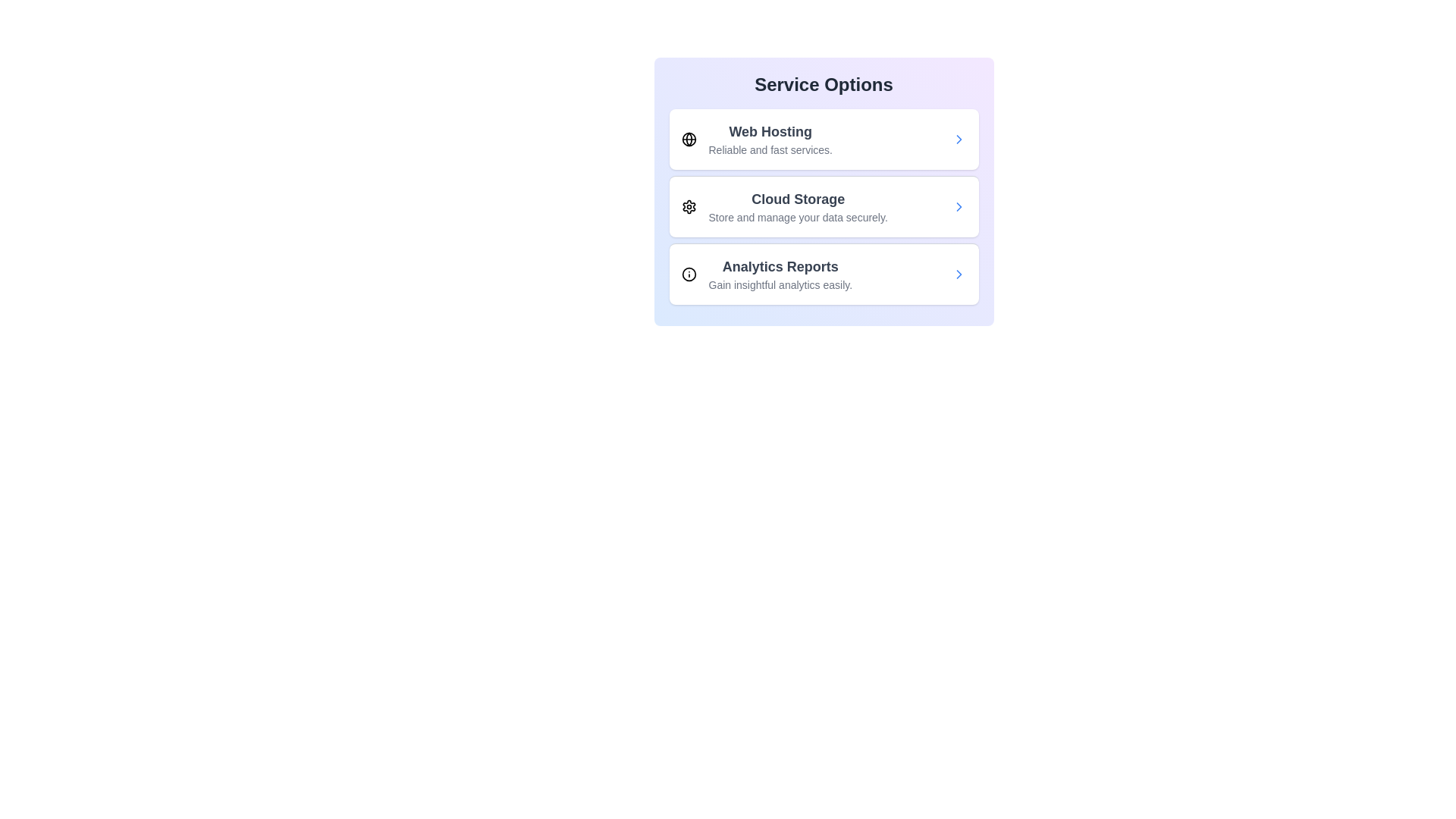 This screenshot has height=819, width=1456. Describe the element at coordinates (958, 140) in the screenshot. I see `the arrow button for the service Web Hosting` at that location.